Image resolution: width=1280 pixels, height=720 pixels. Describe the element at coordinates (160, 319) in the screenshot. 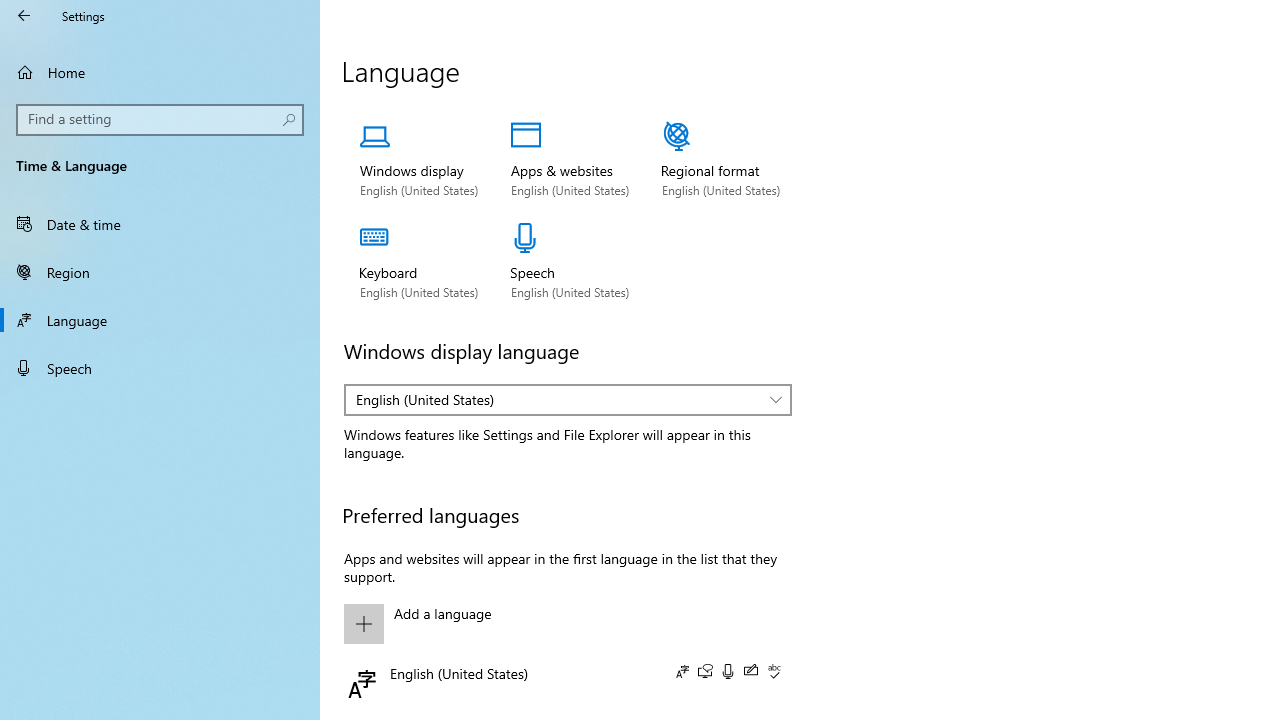

I see `'Language'` at that location.